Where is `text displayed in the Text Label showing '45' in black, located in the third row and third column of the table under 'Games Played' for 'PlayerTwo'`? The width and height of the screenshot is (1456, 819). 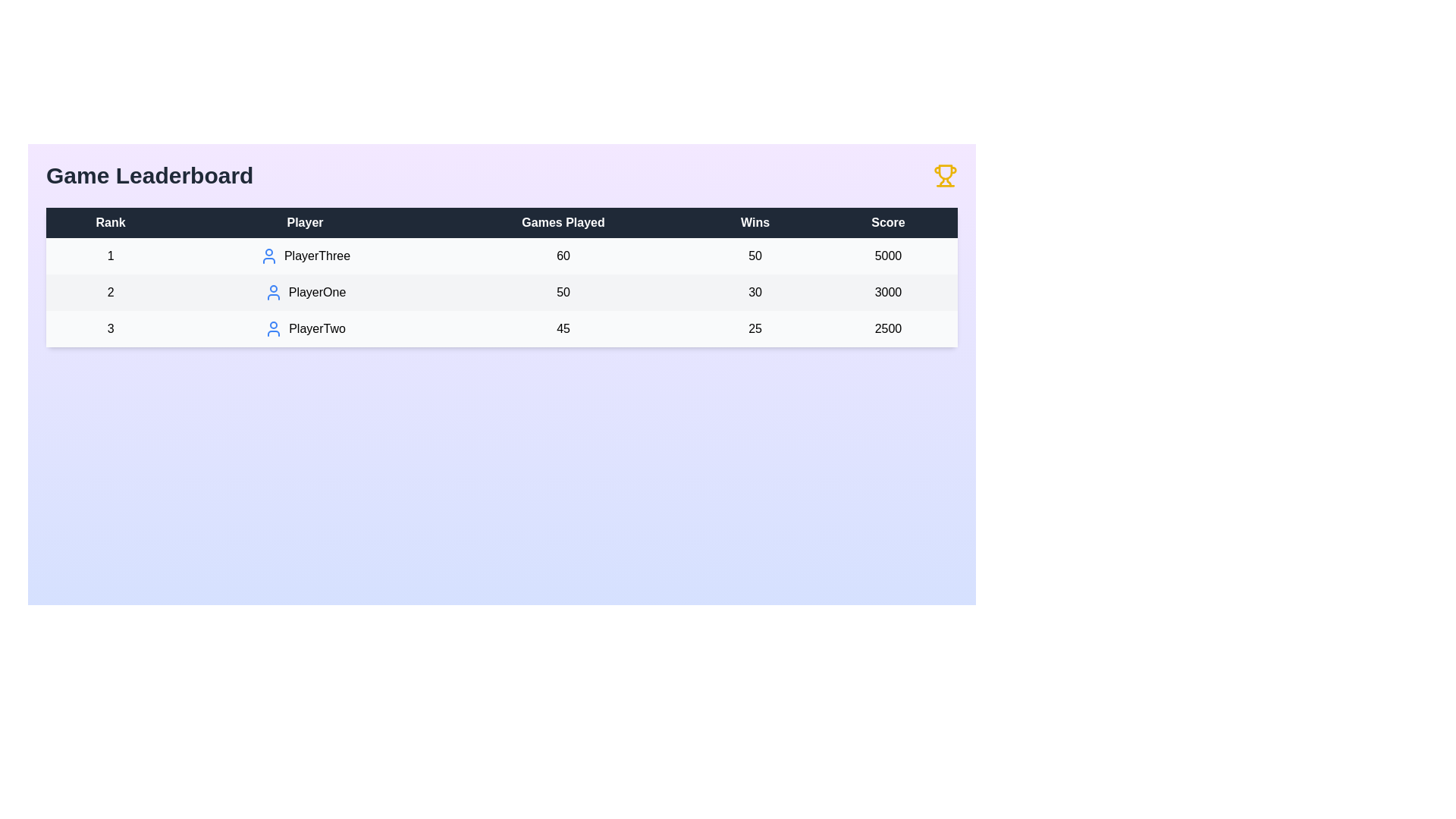
text displayed in the Text Label showing '45' in black, located in the third row and third column of the table under 'Games Played' for 'PlayerTwo' is located at coordinates (563, 328).